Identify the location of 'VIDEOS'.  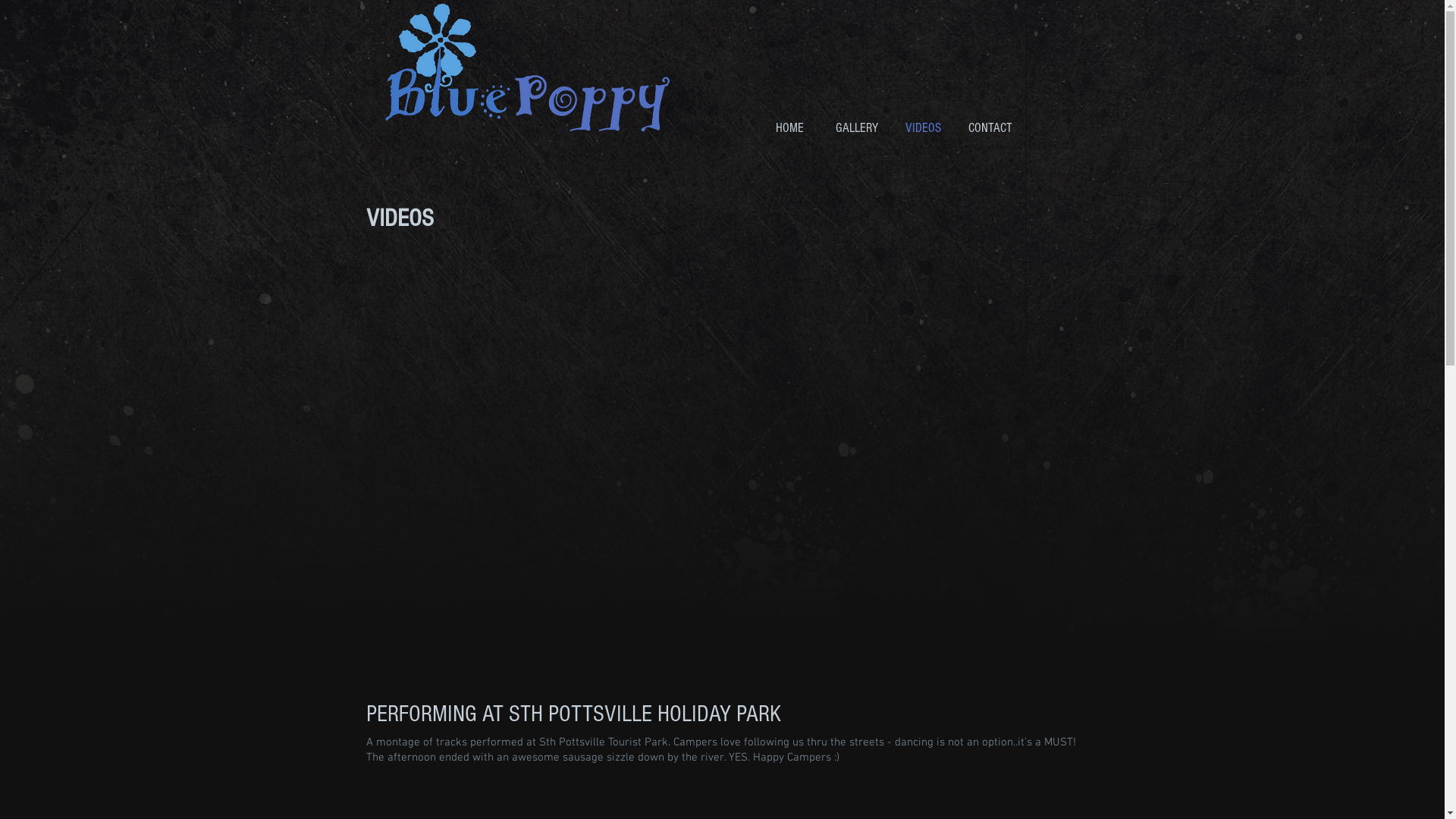
(923, 127).